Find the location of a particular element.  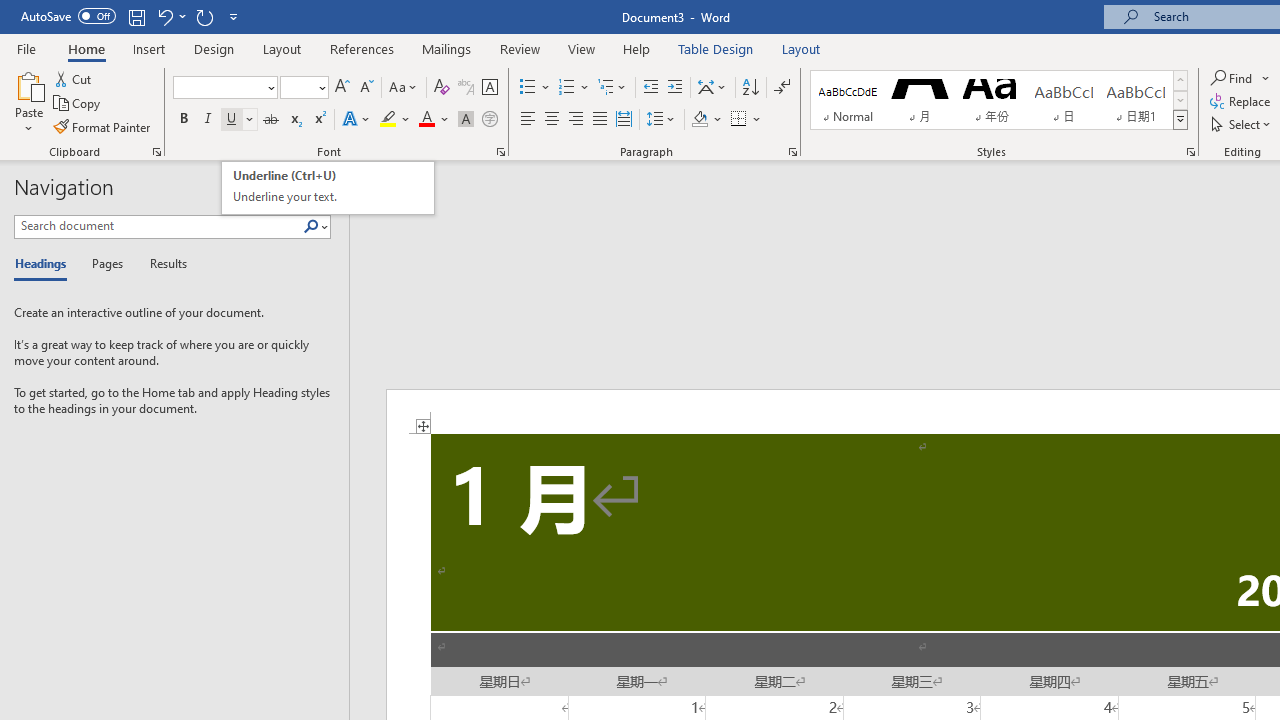

'Copy' is located at coordinates (78, 103).